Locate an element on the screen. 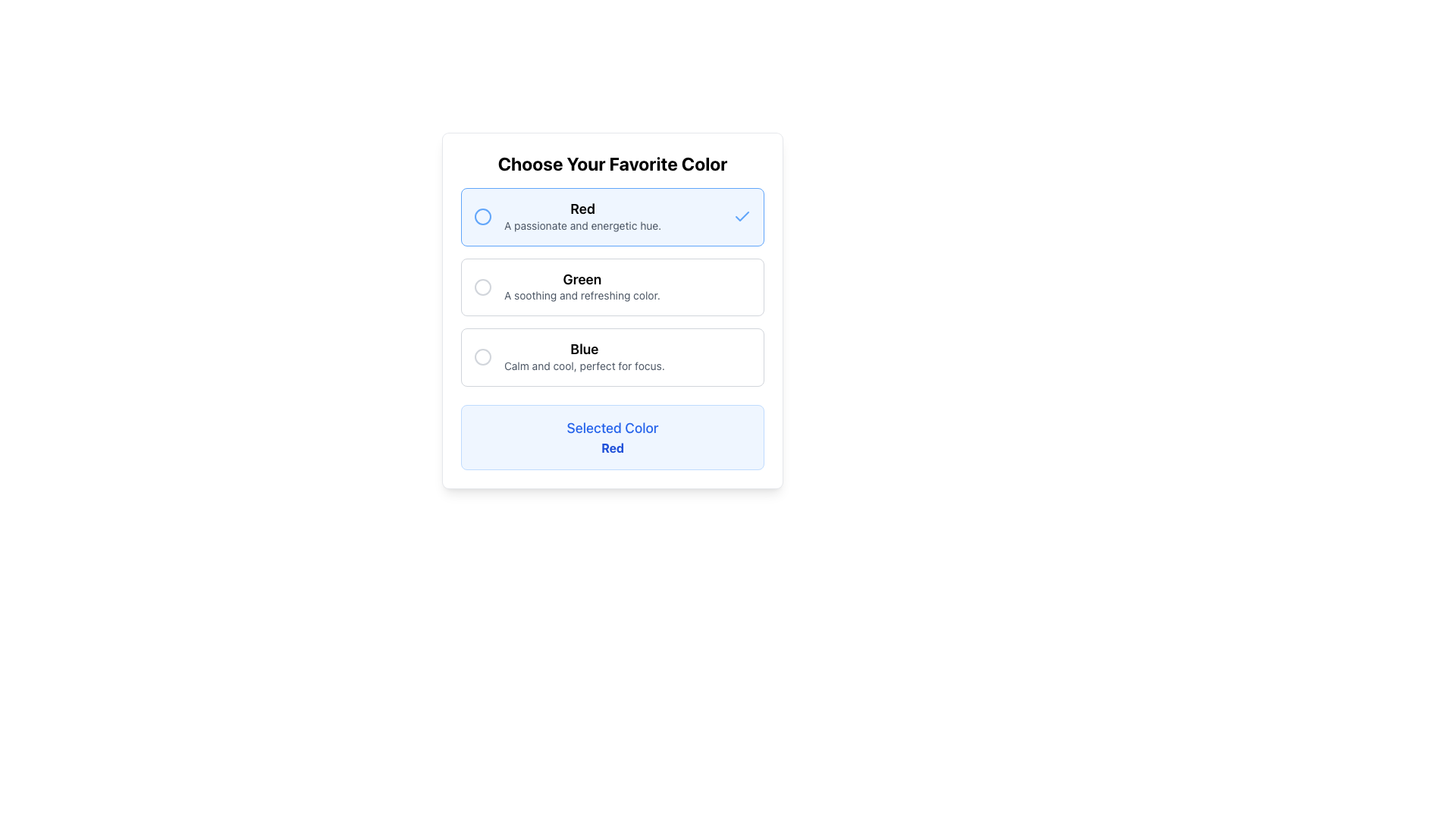 The height and width of the screenshot is (819, 1456). to select the 'Green' card option, which features bold text at the top and a circle icon on the left side is located at coordinates (612, 287).